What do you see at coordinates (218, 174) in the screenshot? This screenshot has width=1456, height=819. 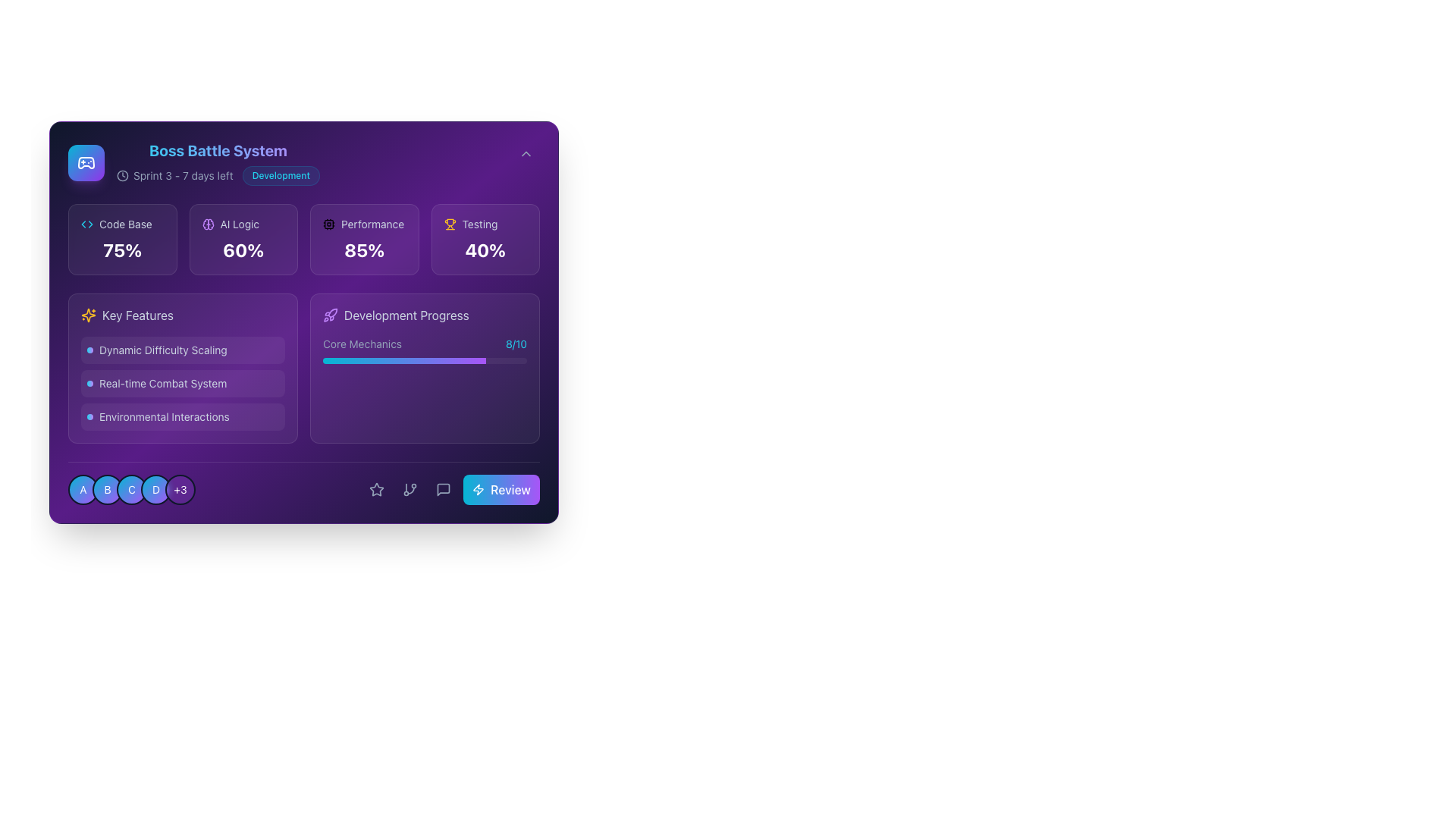 I see `the informational text indicating 'Sprint 3 - 7 days left' and the 'Development' badge for updates` at bounding box center [218, 174].